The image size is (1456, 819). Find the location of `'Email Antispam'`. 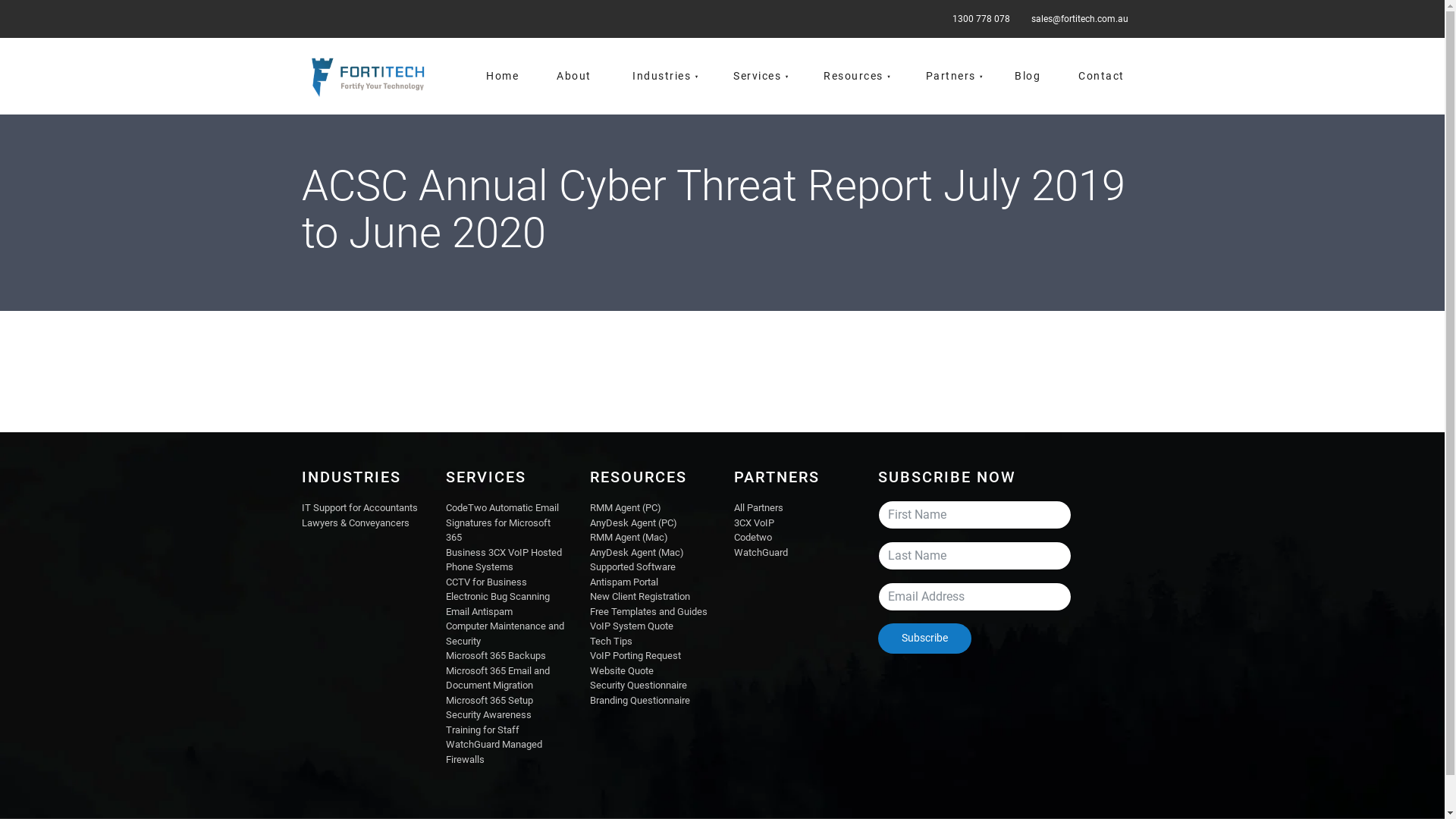

'Email Antispam' is located at coordinates (445, 610).